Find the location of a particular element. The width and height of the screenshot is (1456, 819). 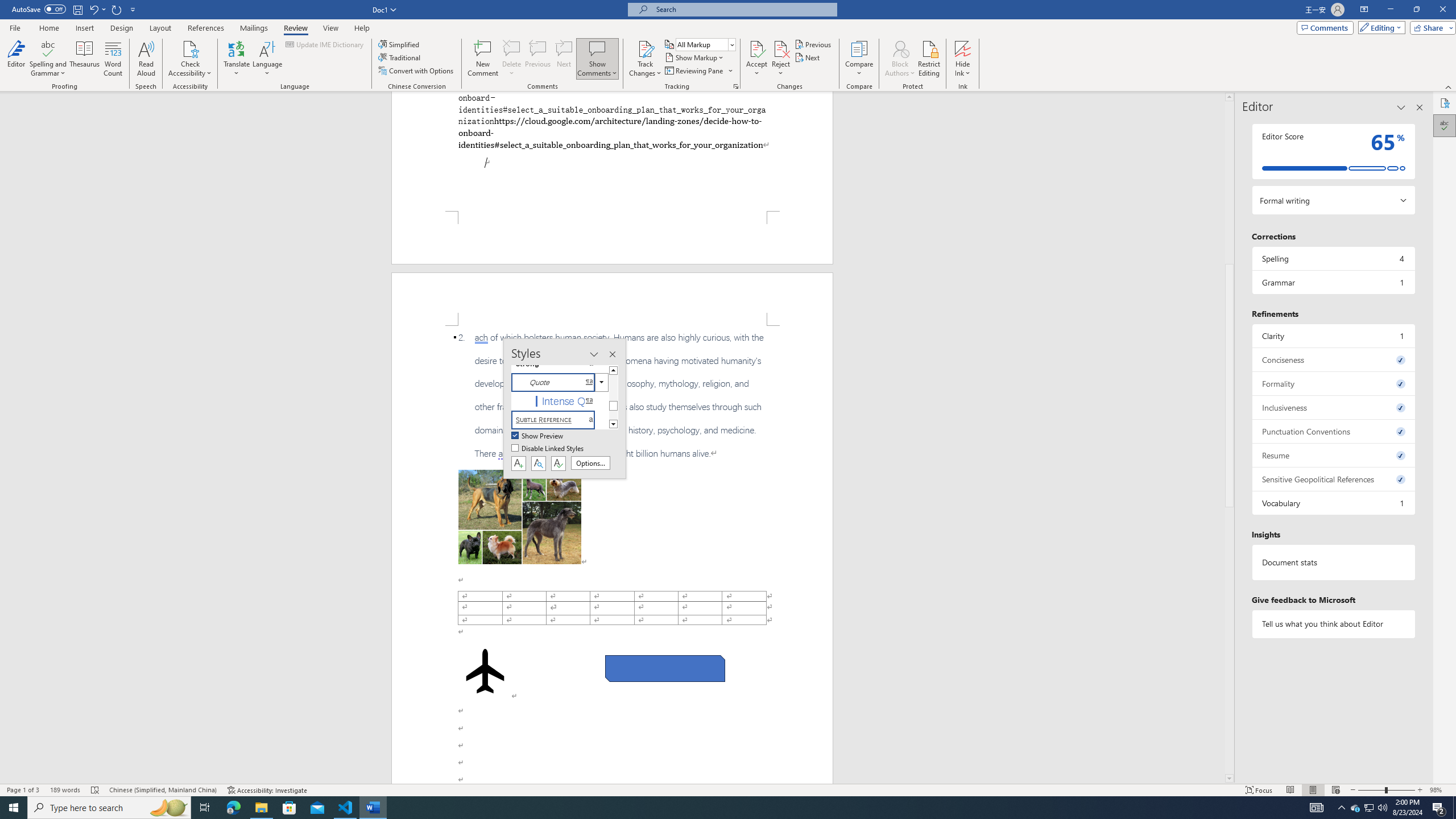

'Disable Linked Styles' is located at coordinates (547, 448).